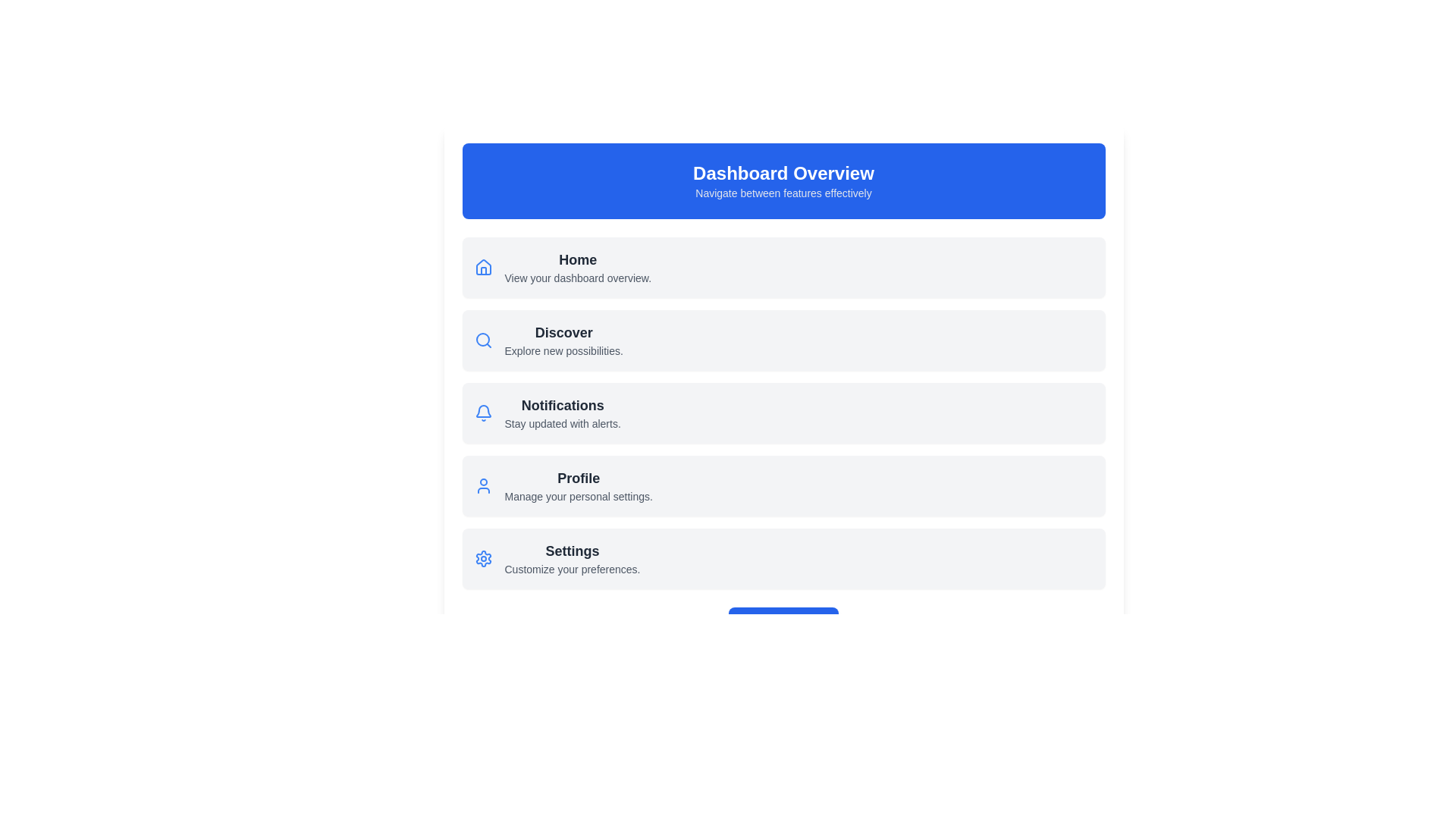 This screenshot has width=1456, height=819. Describe the element at coordinates (783, 485) in the screenshot. I see `the 'Profile' list item in the Dashboard Overview section` at that location.